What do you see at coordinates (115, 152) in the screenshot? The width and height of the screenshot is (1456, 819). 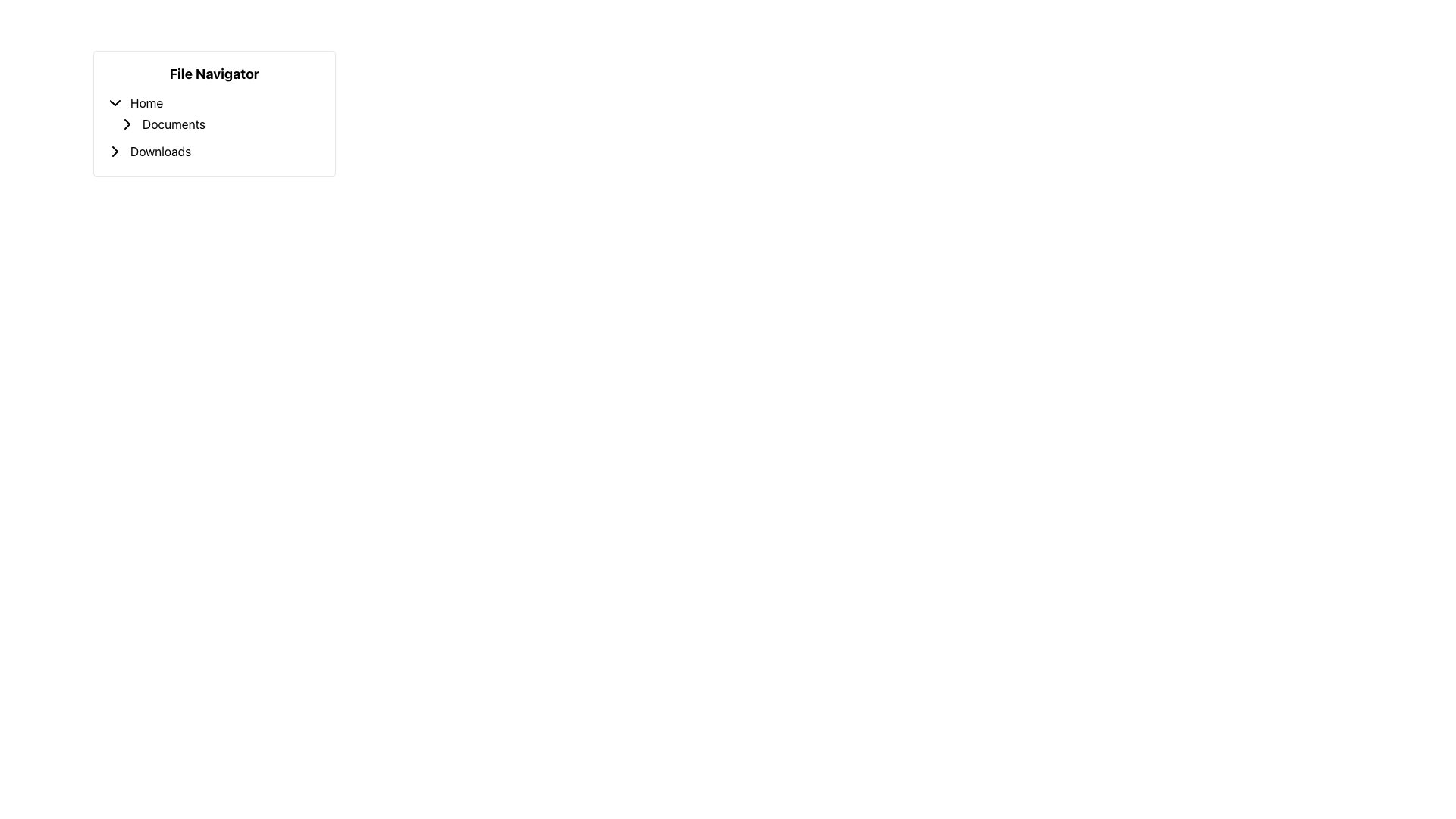 I see `the rightward-pointing chevron arrow icon located to the left of the 'Downloads' text in the hierarchical file navigation interface` at bounding box center [115, 152].